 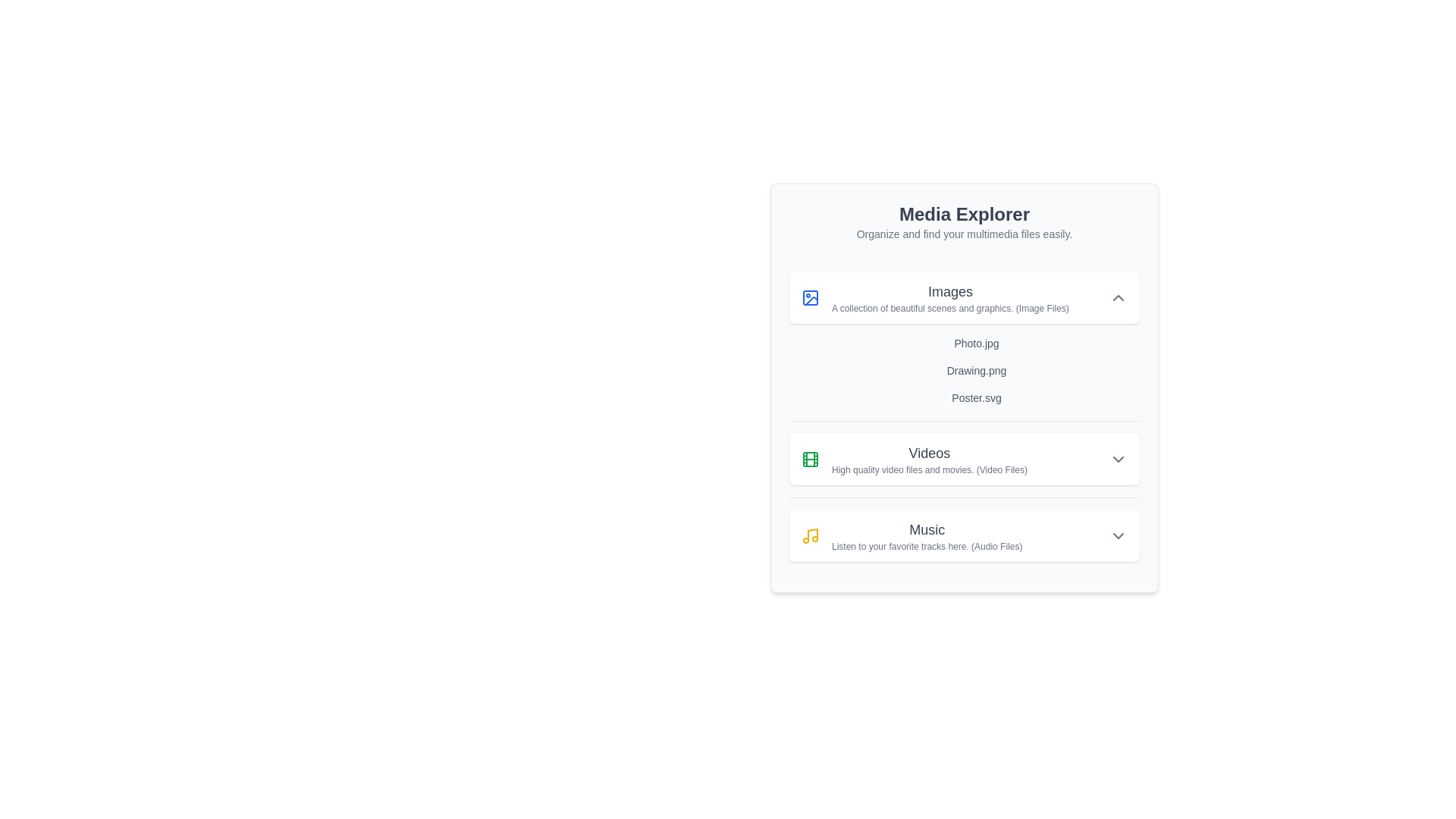 I want to click on the individual file names listed inside the 'Images' collapsible section header, which contains 'Photo.jpg', 'Drawing.png', and 'Poster.svg', so click(x=964, y=339).